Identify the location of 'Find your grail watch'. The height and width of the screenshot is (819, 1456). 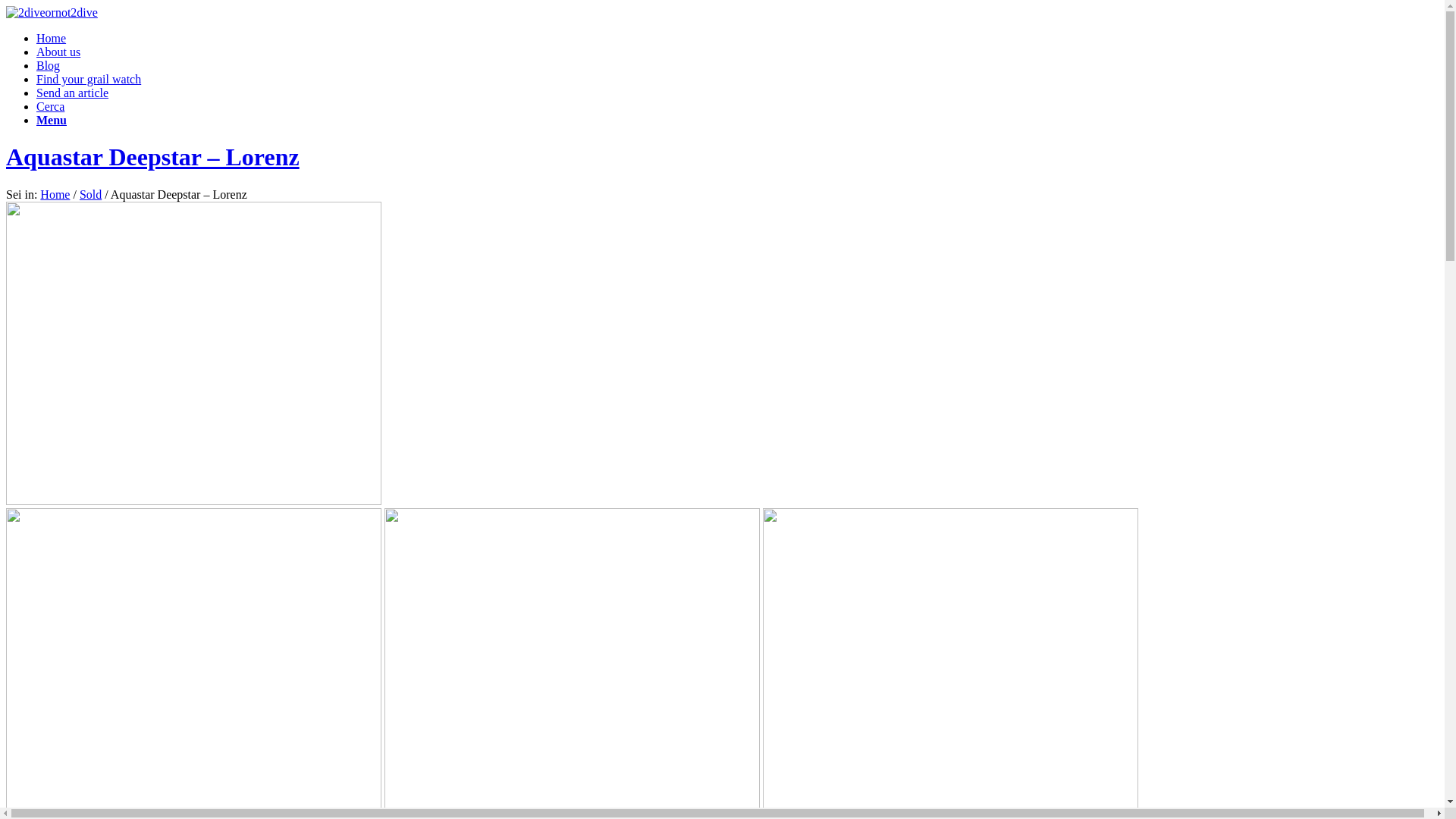
(87, 79).